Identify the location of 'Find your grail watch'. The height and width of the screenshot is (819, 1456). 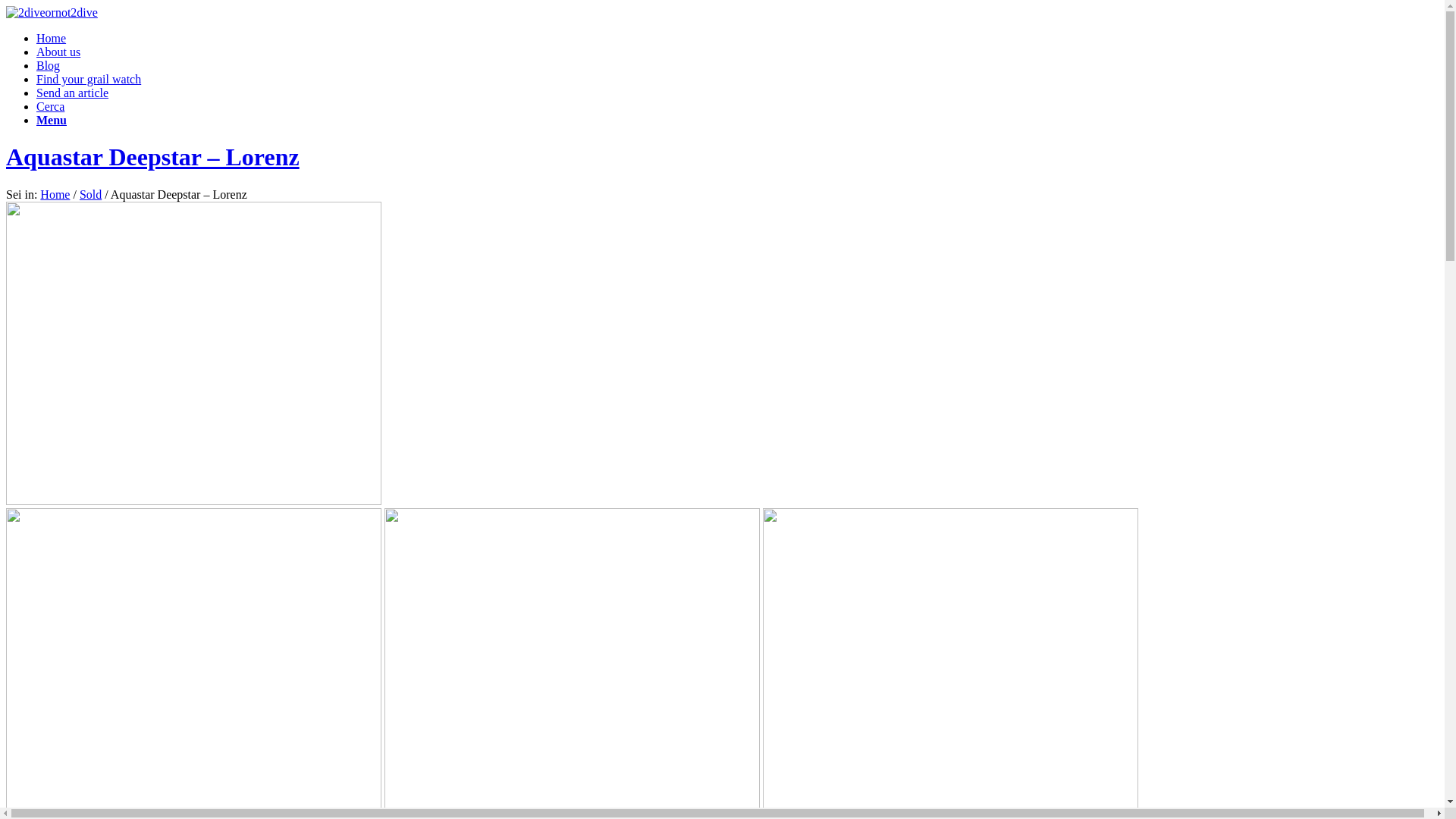
(87, 79).